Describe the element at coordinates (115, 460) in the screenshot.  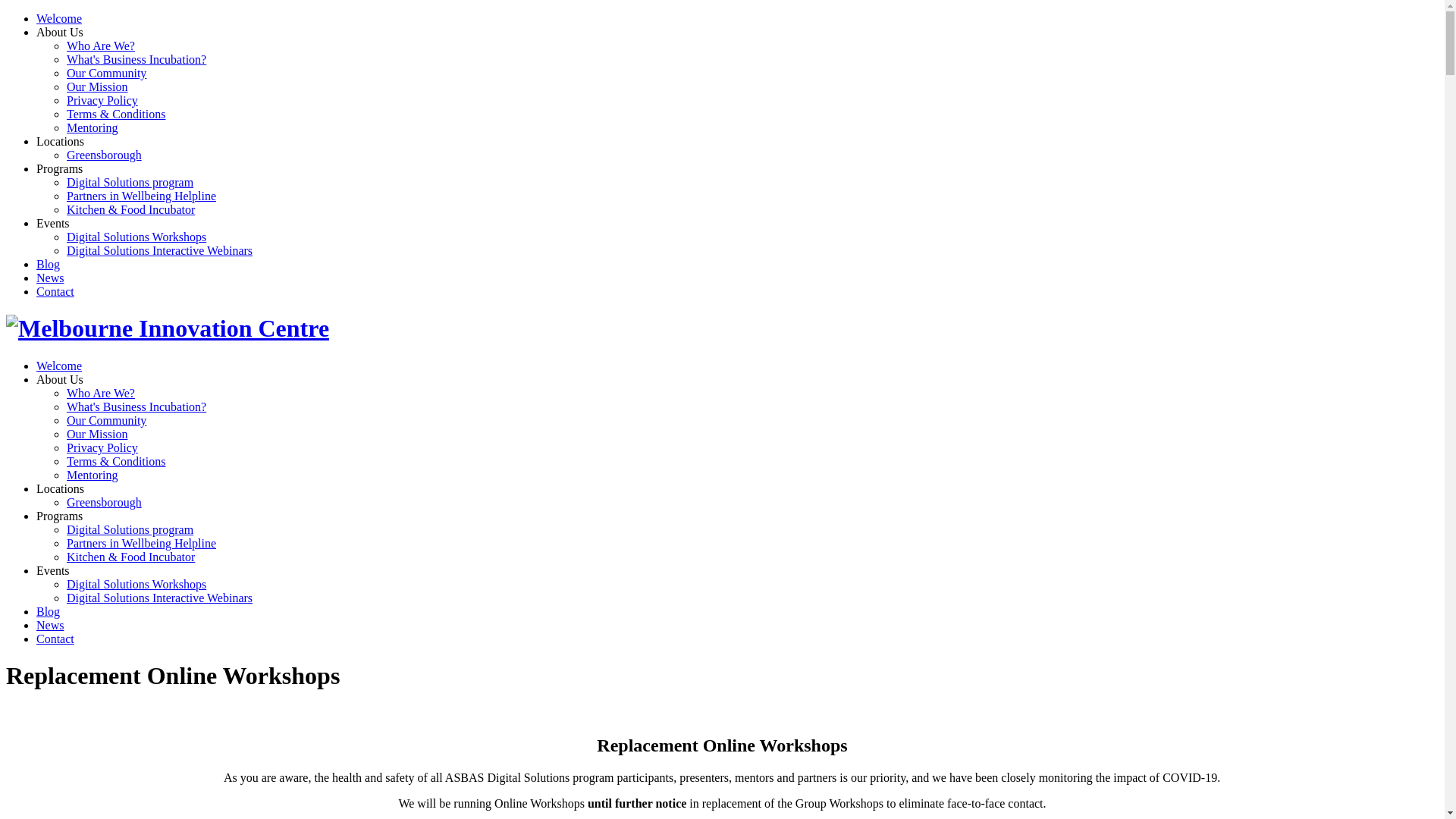
I see `'Terms & Conditions'` at that location.